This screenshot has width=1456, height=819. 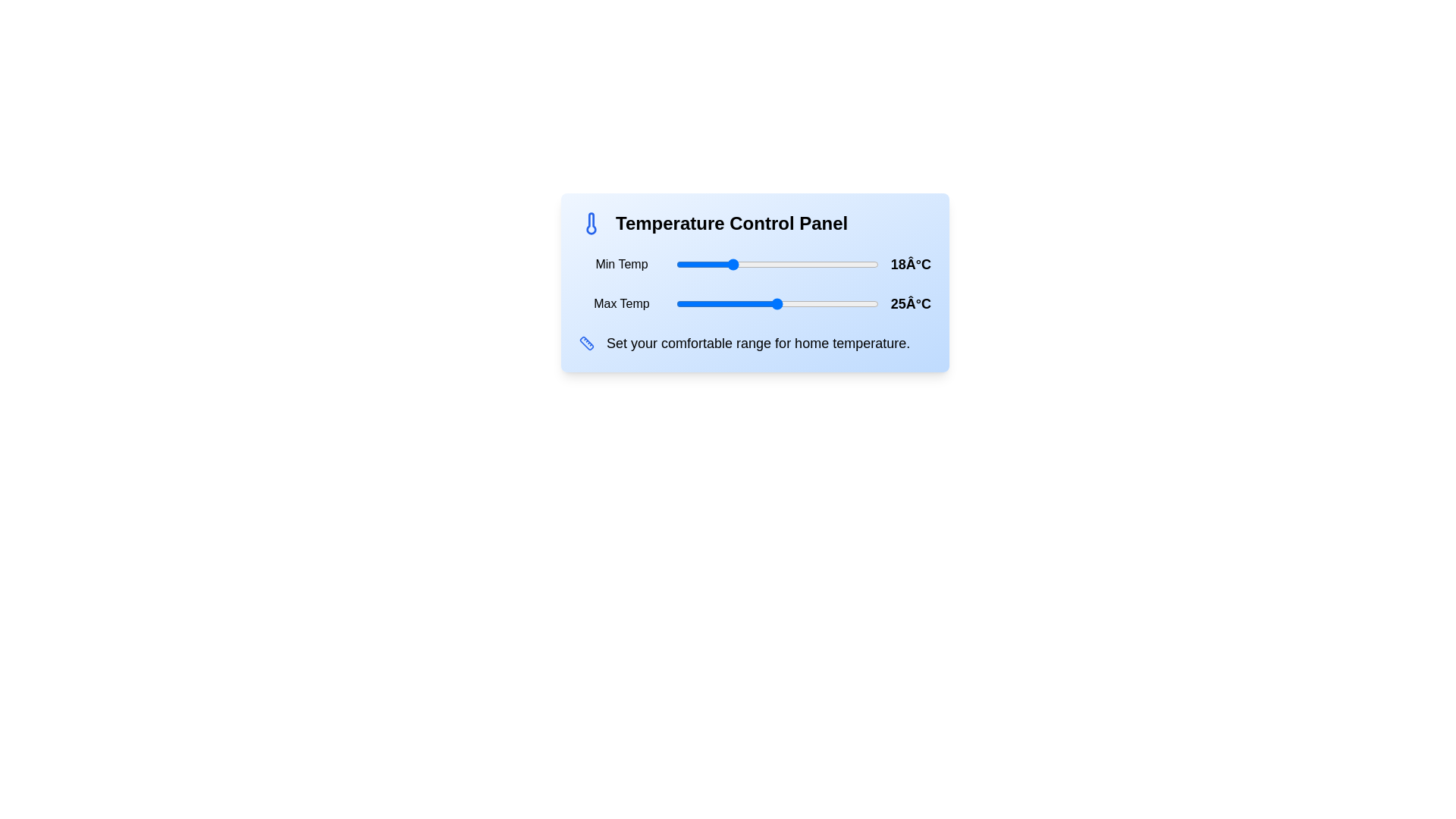 I want to click on the maximum temperature slider to 24°C, so click(x=770, y=304).